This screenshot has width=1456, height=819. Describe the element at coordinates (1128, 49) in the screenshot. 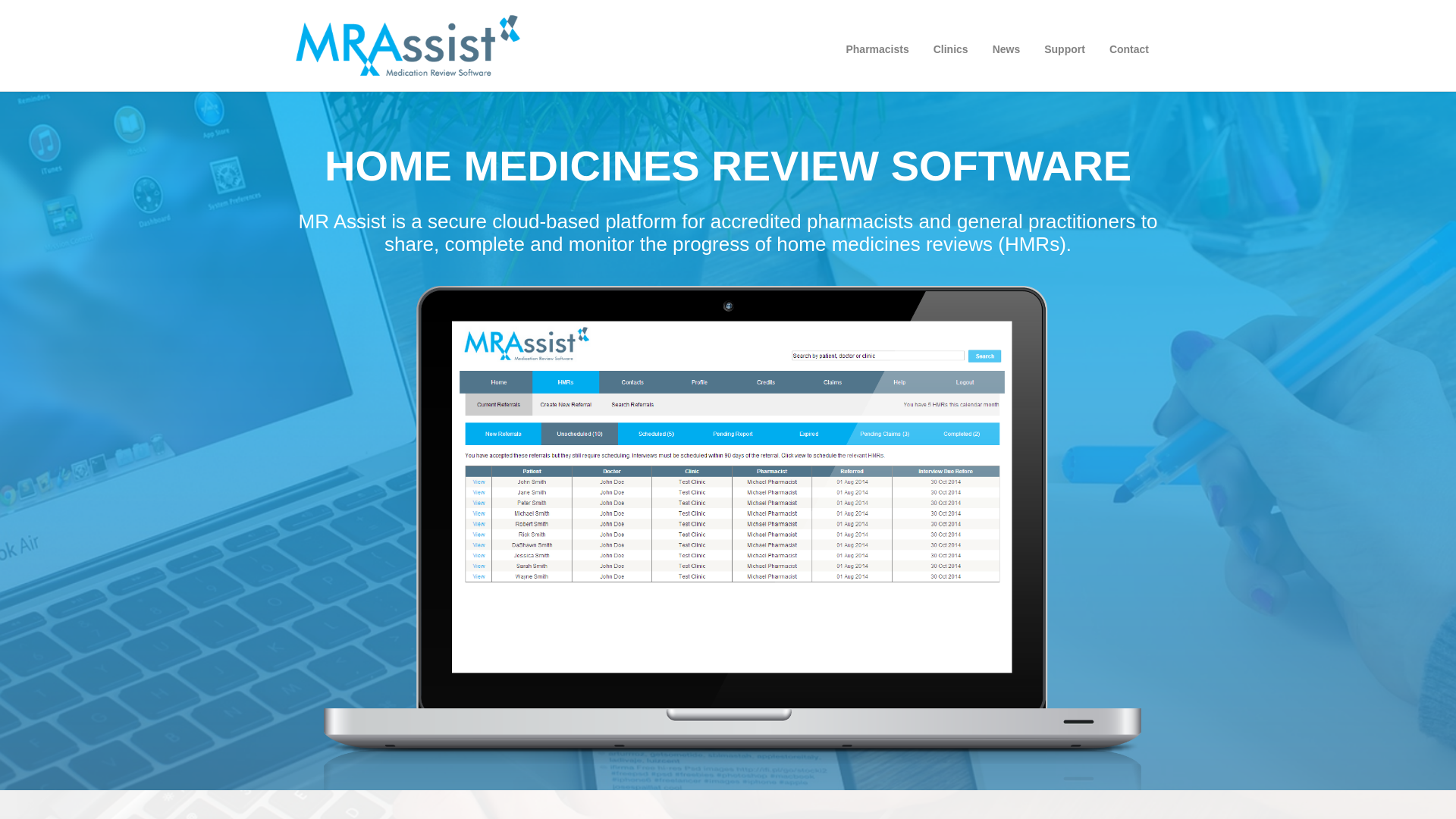

I see `'Contact'` at that location.